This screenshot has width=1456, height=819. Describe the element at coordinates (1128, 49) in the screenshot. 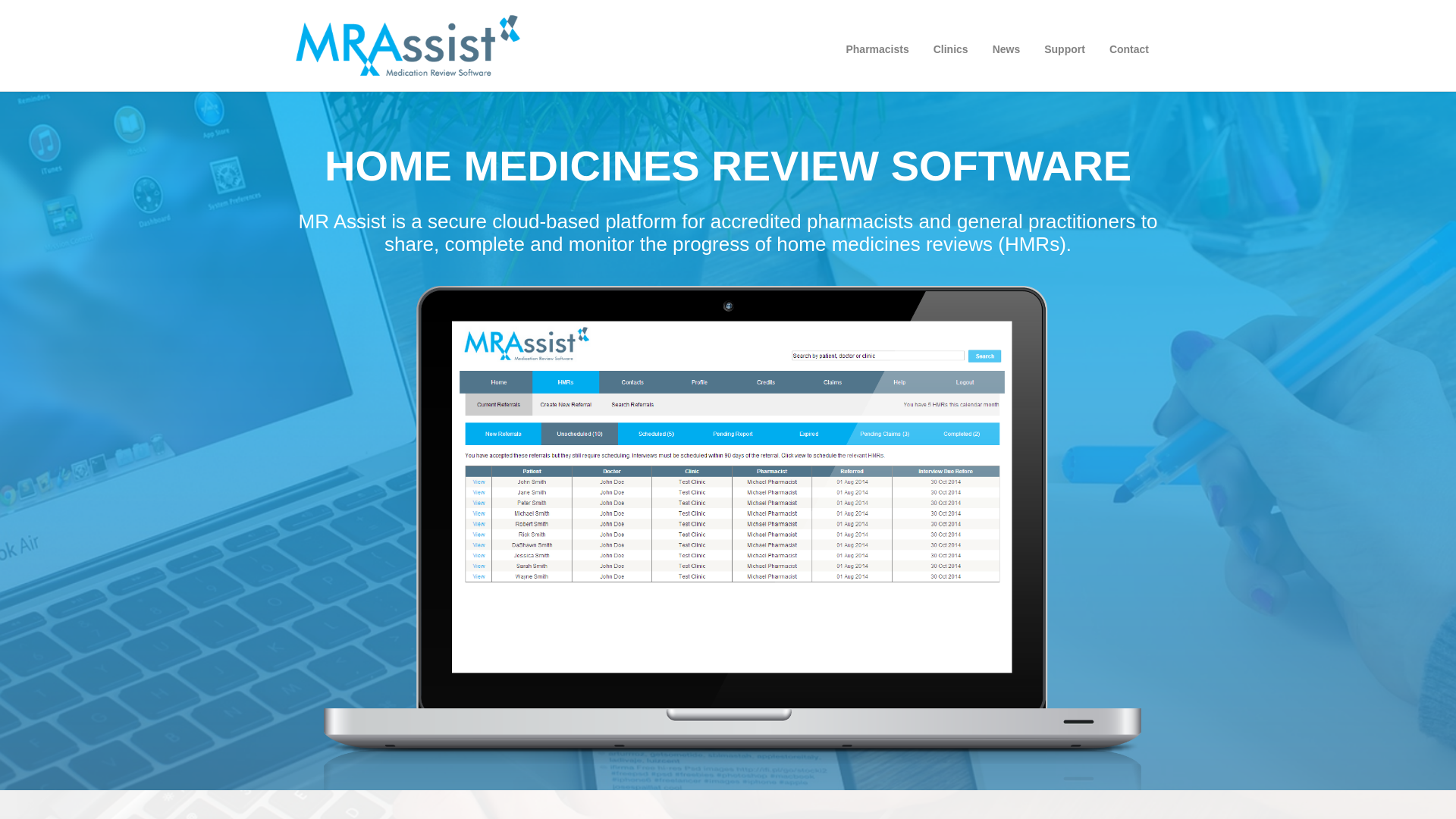

I see `'Contact'` at that location.